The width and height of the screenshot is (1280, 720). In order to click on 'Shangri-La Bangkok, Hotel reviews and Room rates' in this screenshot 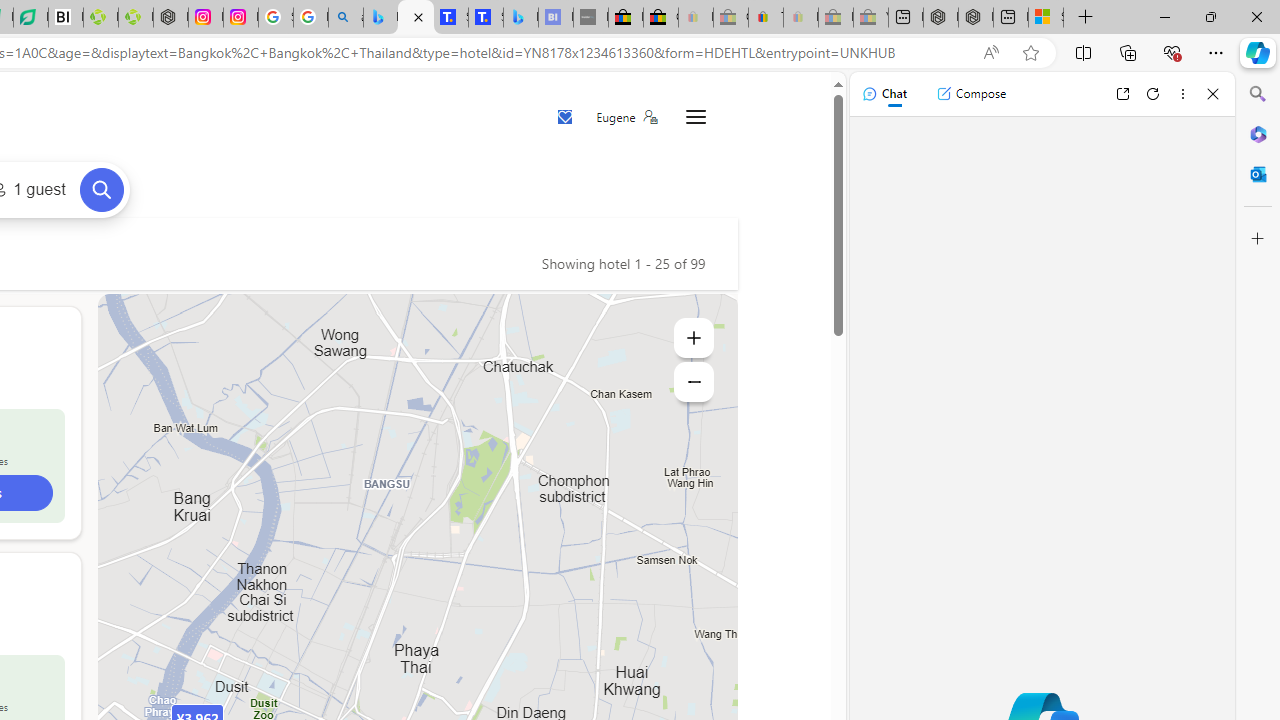, I will do `click(485, 17)`.